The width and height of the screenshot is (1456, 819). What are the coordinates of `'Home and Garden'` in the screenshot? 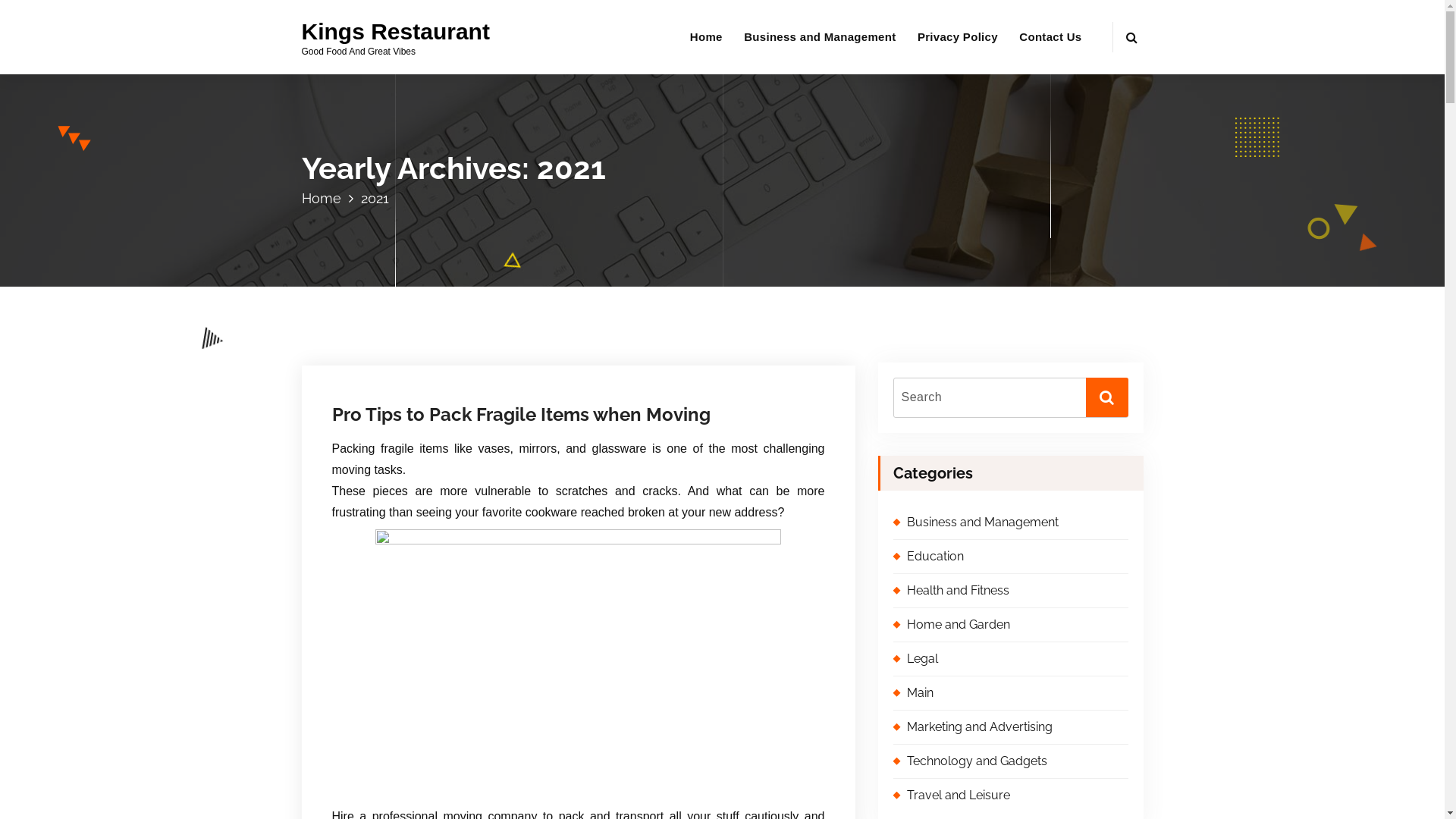 It's located at (1011, 625).